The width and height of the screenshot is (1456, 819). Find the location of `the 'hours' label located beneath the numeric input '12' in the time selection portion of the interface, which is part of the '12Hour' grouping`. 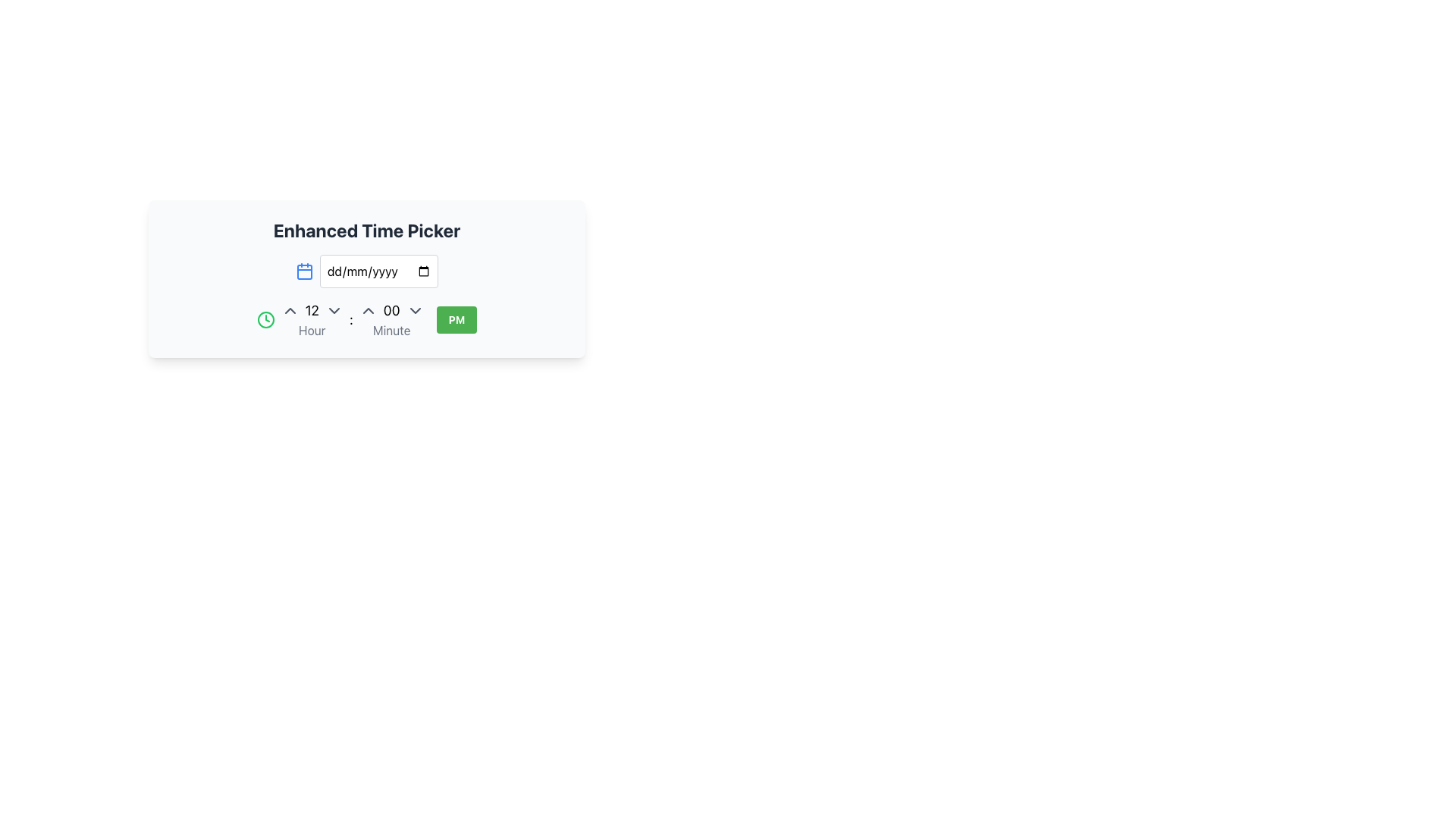

the 'hours' label located beneath the numeric input '12' in the time selection portion of the interface, which is part of the '12Hour' grouping is located at coordinates (311, 329).